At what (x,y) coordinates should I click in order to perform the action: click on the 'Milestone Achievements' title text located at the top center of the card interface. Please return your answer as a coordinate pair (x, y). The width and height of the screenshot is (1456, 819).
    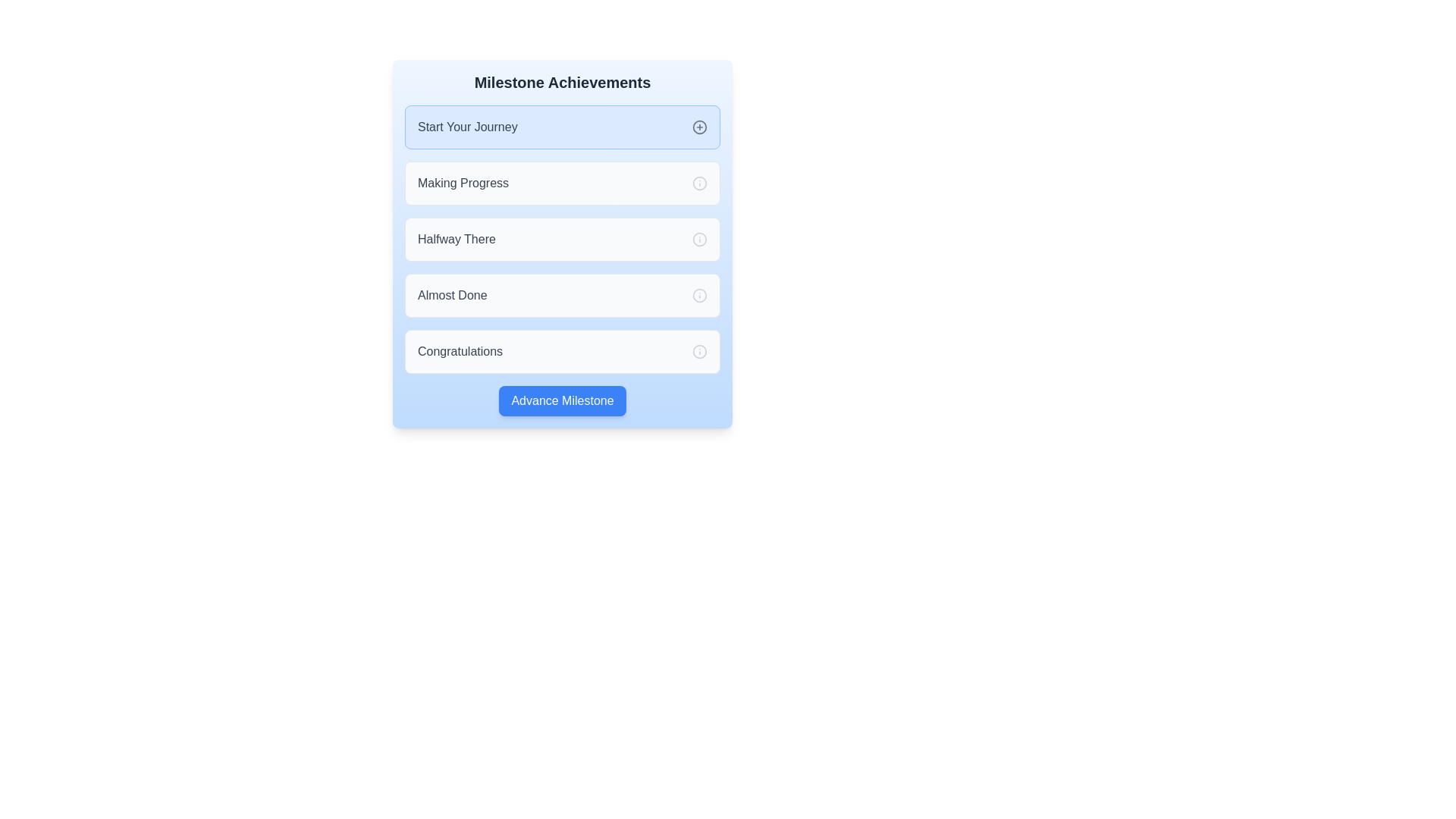
    Looking at the image, I should click on (562, 82).